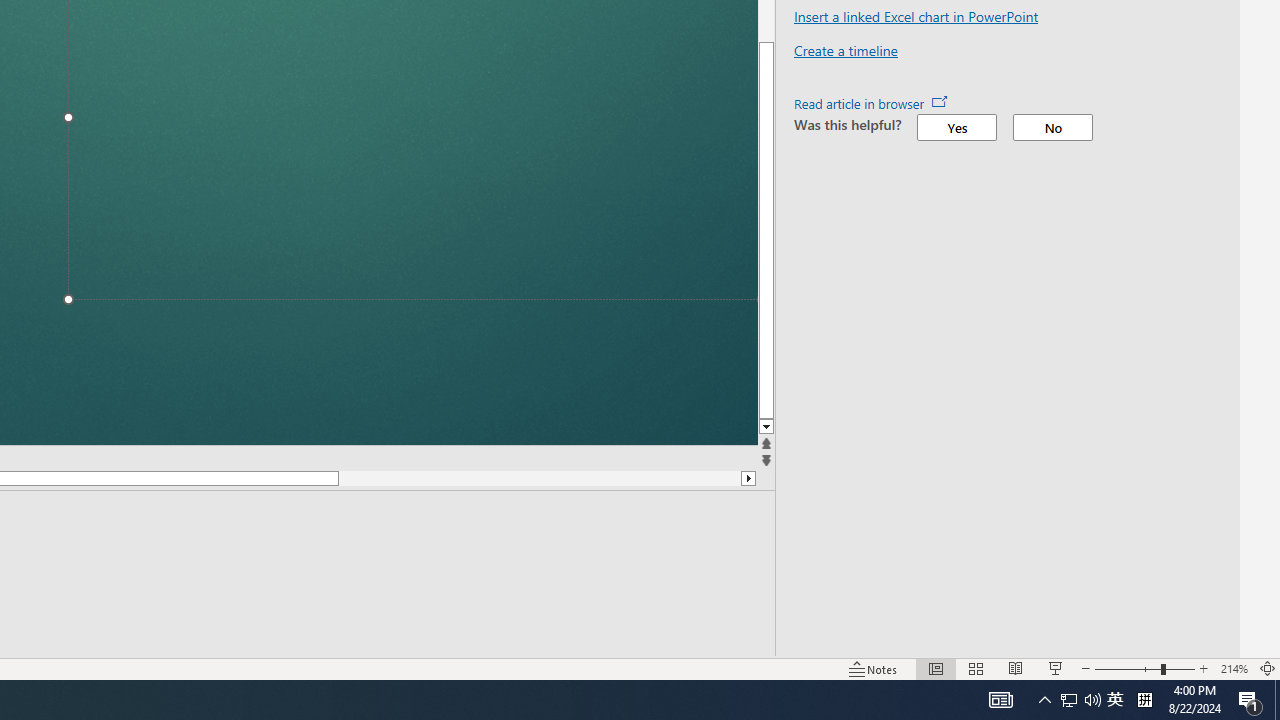  Describe the element at coordinates (1051, 127) in the screenshot. I see `'No'` at that location.